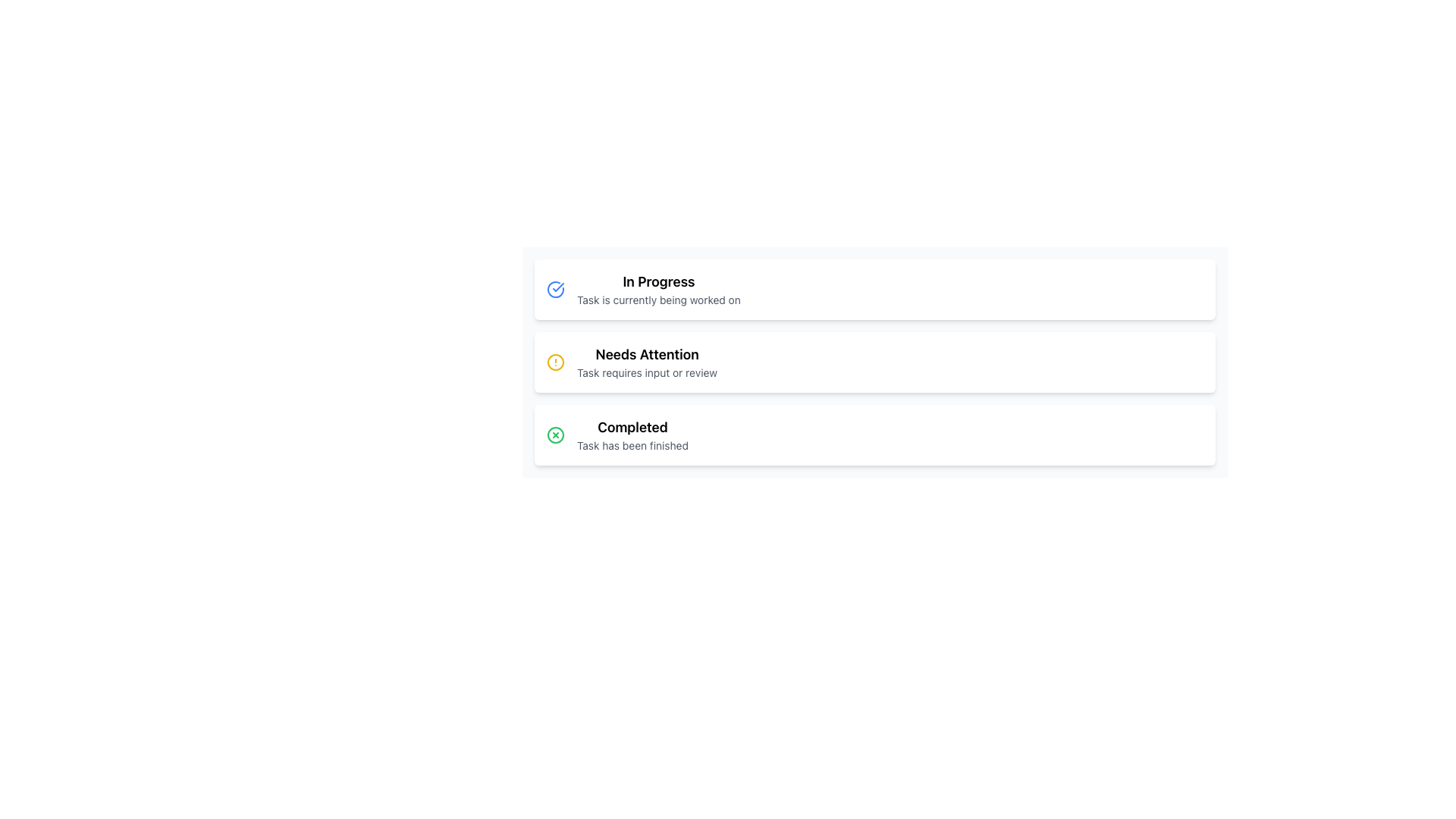  Describe the element at coordinates (632, 444) in the screenshot. I see `the text element that reads 'Task has been finished', which is a secondary description styled in smaller light gray font, situated below the bolded heading 'Completed'` at that location.